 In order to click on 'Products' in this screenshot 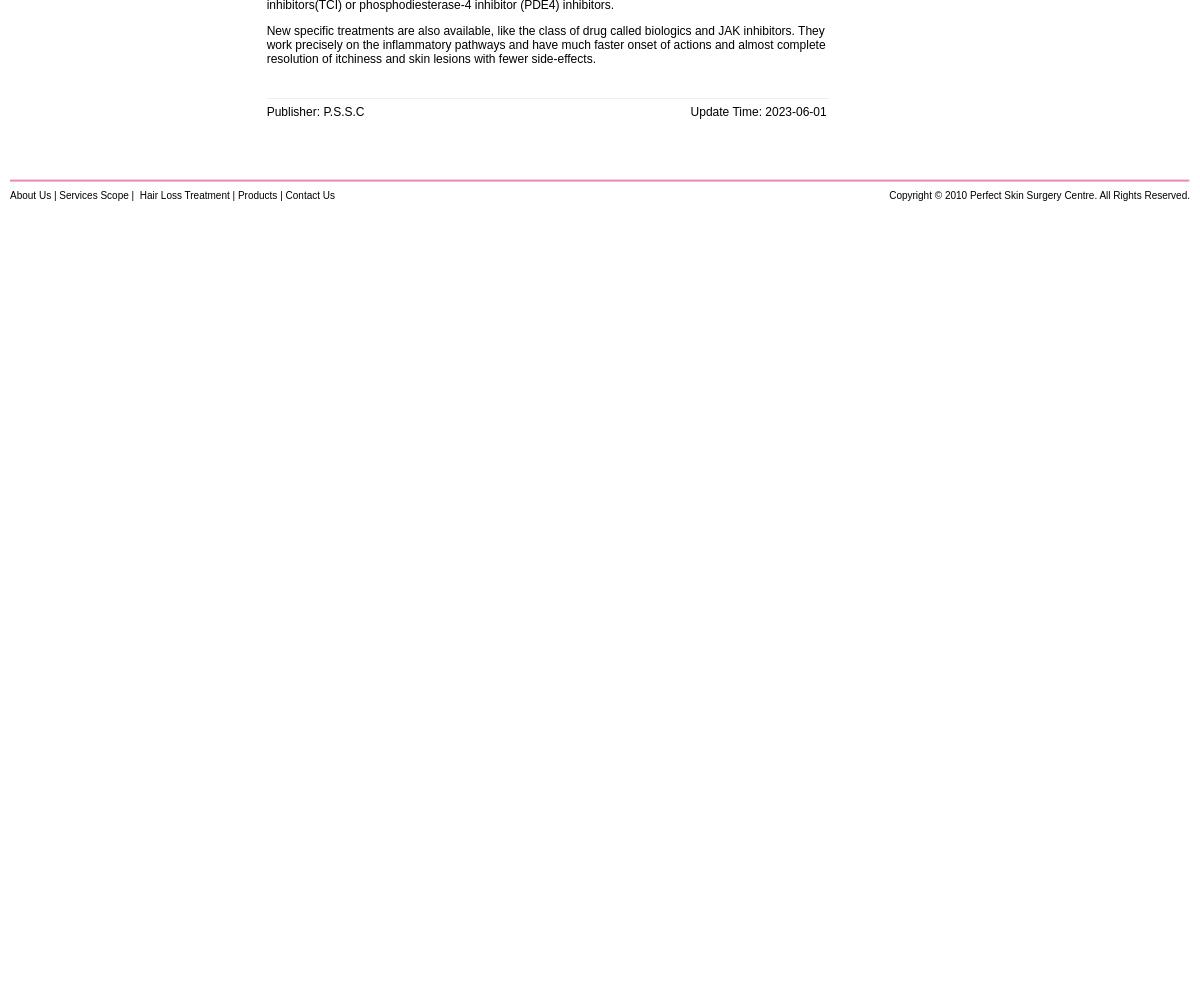, I will do `click(236, 194)`.